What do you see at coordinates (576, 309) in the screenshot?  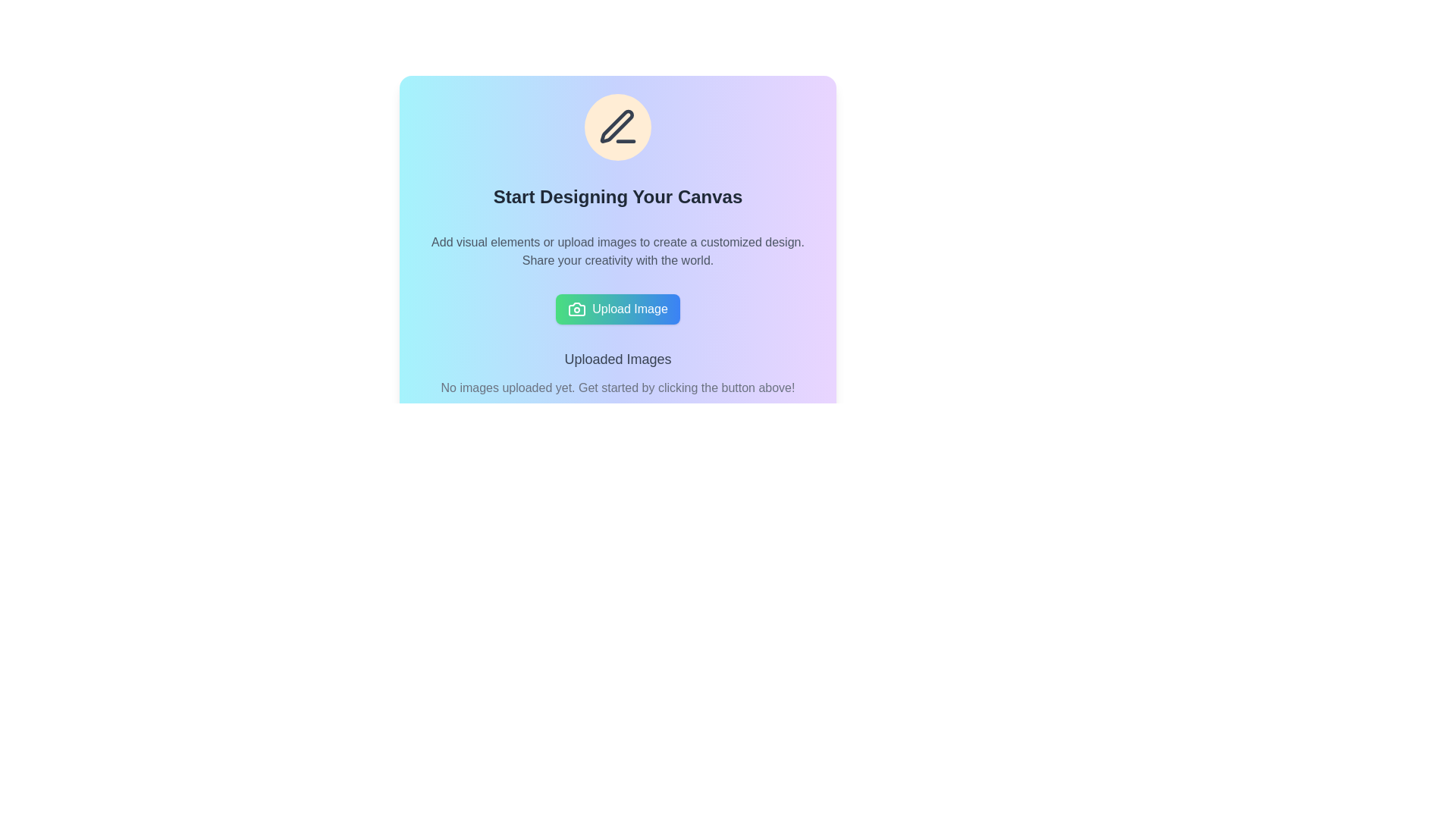 I see `the 'Upload Image' button which features a decorative camera icon on the left side of the text` at bounding box center [576, 309].